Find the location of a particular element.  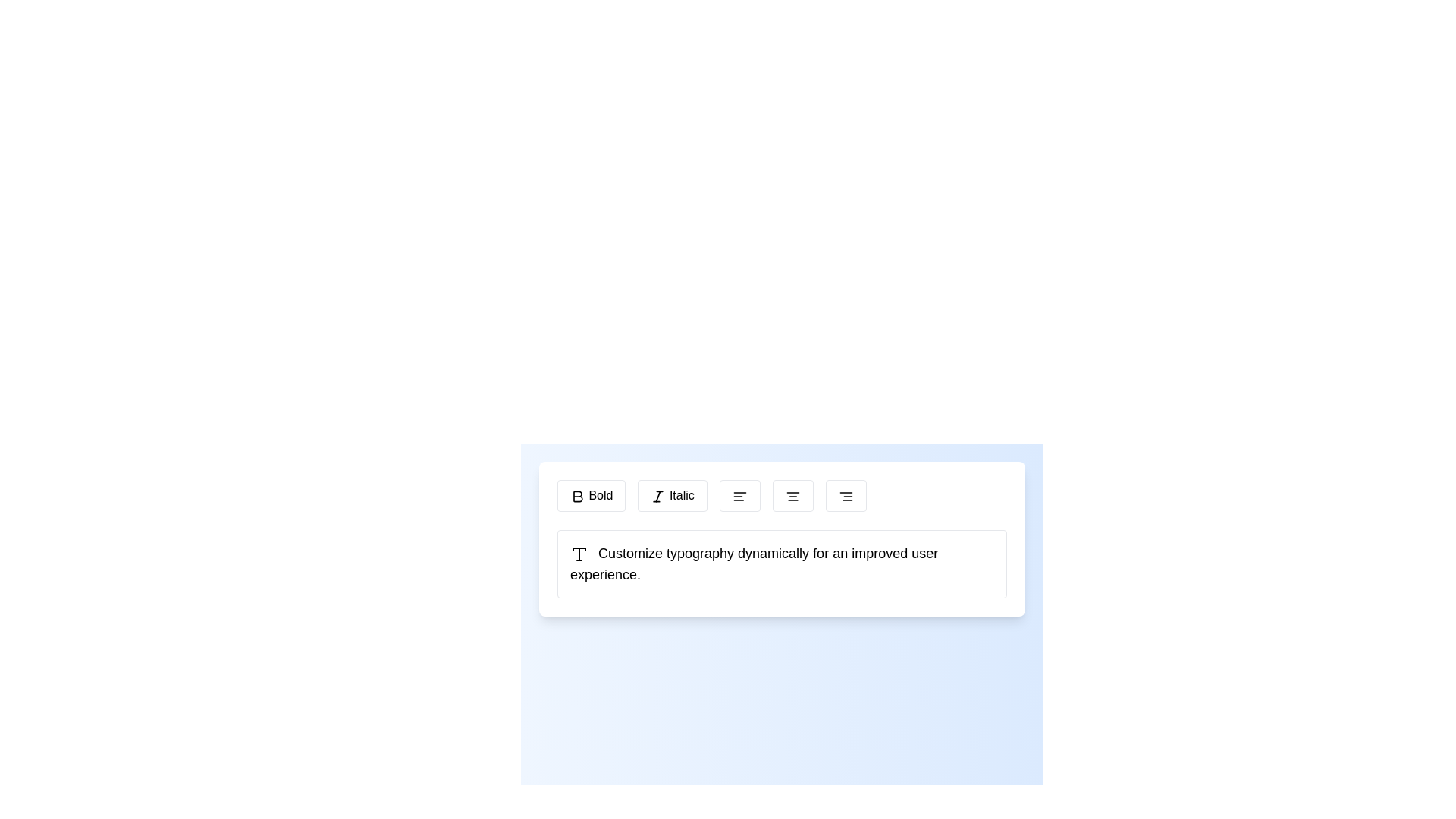

the slanted line within the 'Italic' button of the toolbar, which is the second button from the left in the formatting controls of the text editor is located at coordinates (658, 496).